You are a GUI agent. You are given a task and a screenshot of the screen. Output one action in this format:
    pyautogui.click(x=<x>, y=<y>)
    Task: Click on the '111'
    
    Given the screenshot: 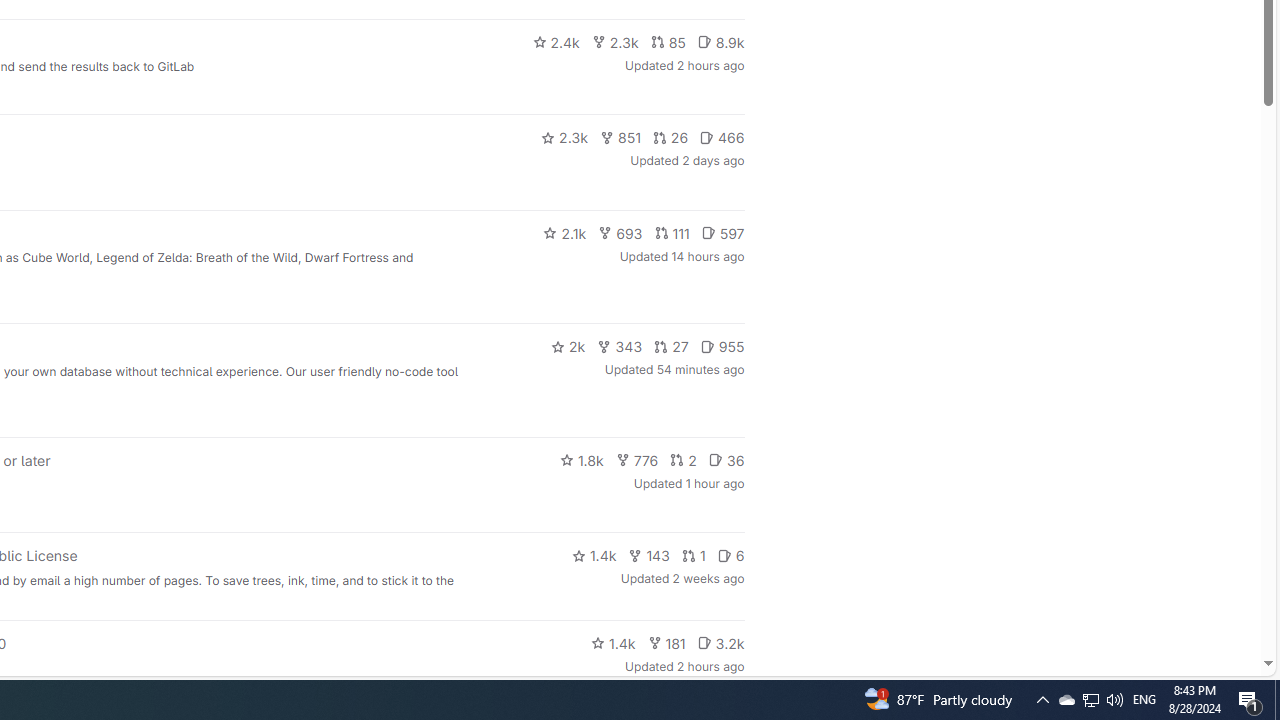 What is the action you would take?
    pyautogui.click(x=672, y=231)
    